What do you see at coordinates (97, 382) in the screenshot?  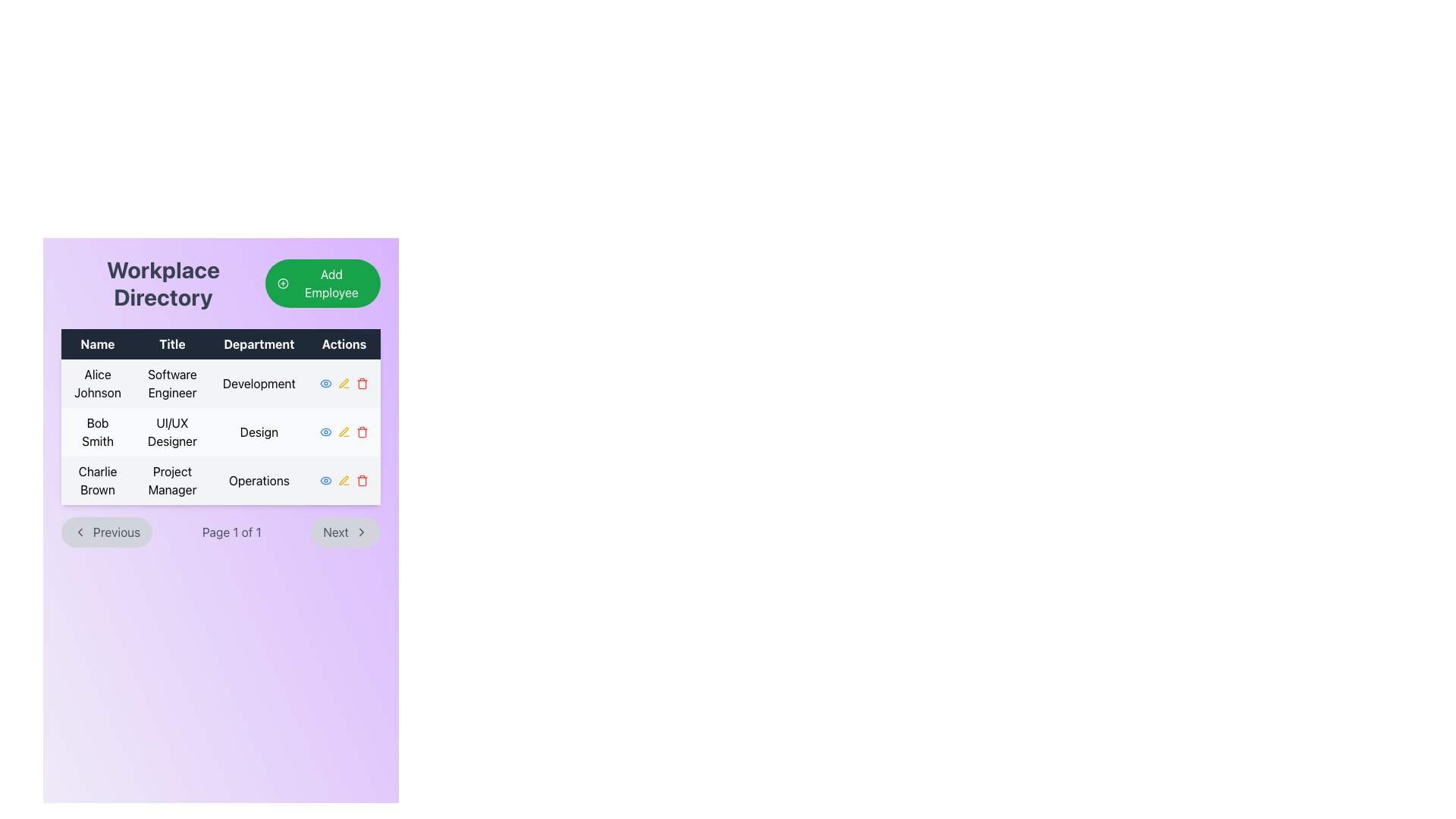 I see `the text label displaying the name 'Alice Johnson' located in the first row of the data table under the 'Name' column` at bounding box center [97, 382].